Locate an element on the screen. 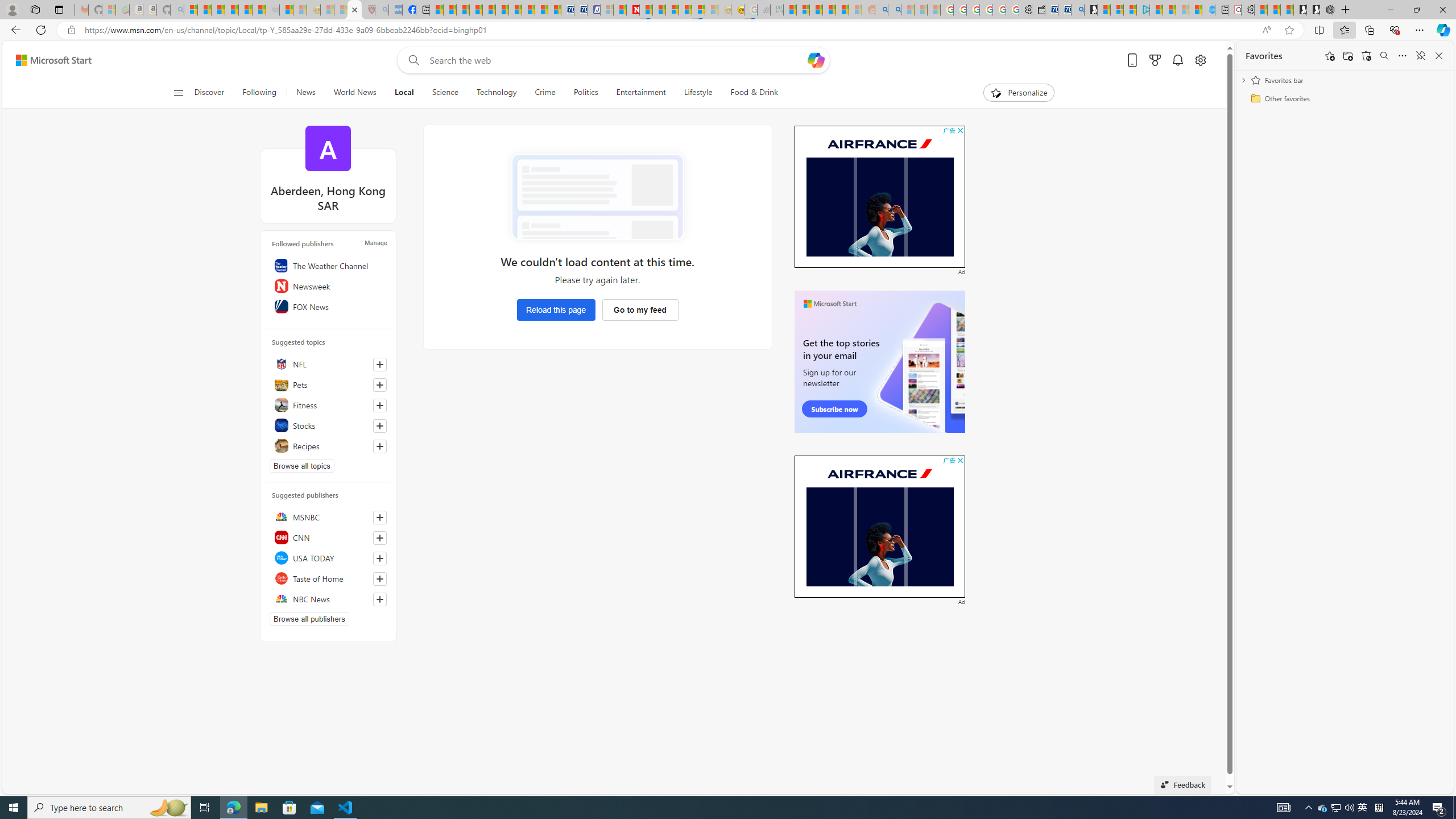  'Personalize' is located at coordinates (1019, 92).